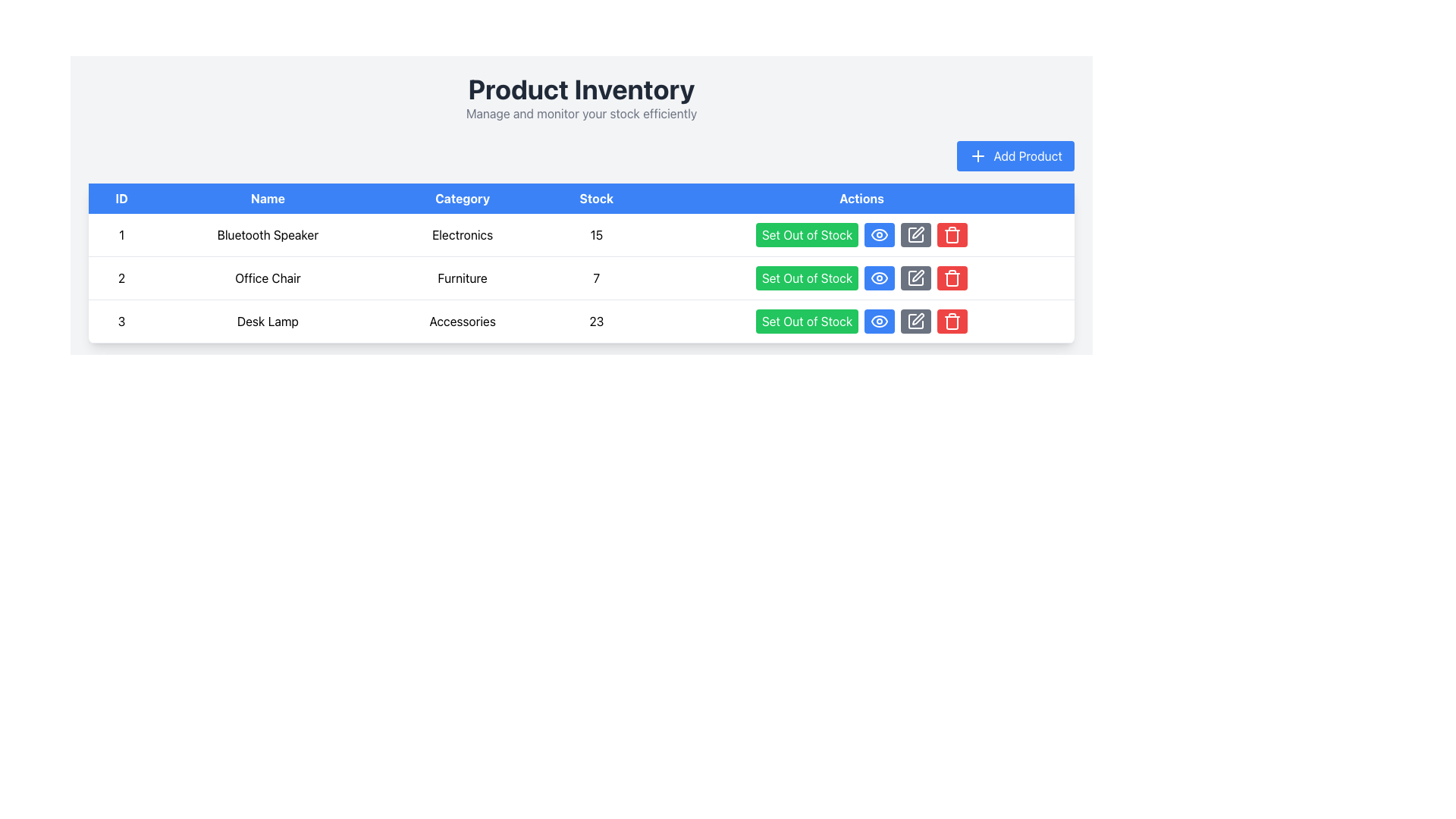  Describe the element at coordinates (880, 234) in the screenshot. I see `the eye-shaped icon with a minimalist outline located in the Actions column of the table for the Bluetooth Speaker item` at that location.